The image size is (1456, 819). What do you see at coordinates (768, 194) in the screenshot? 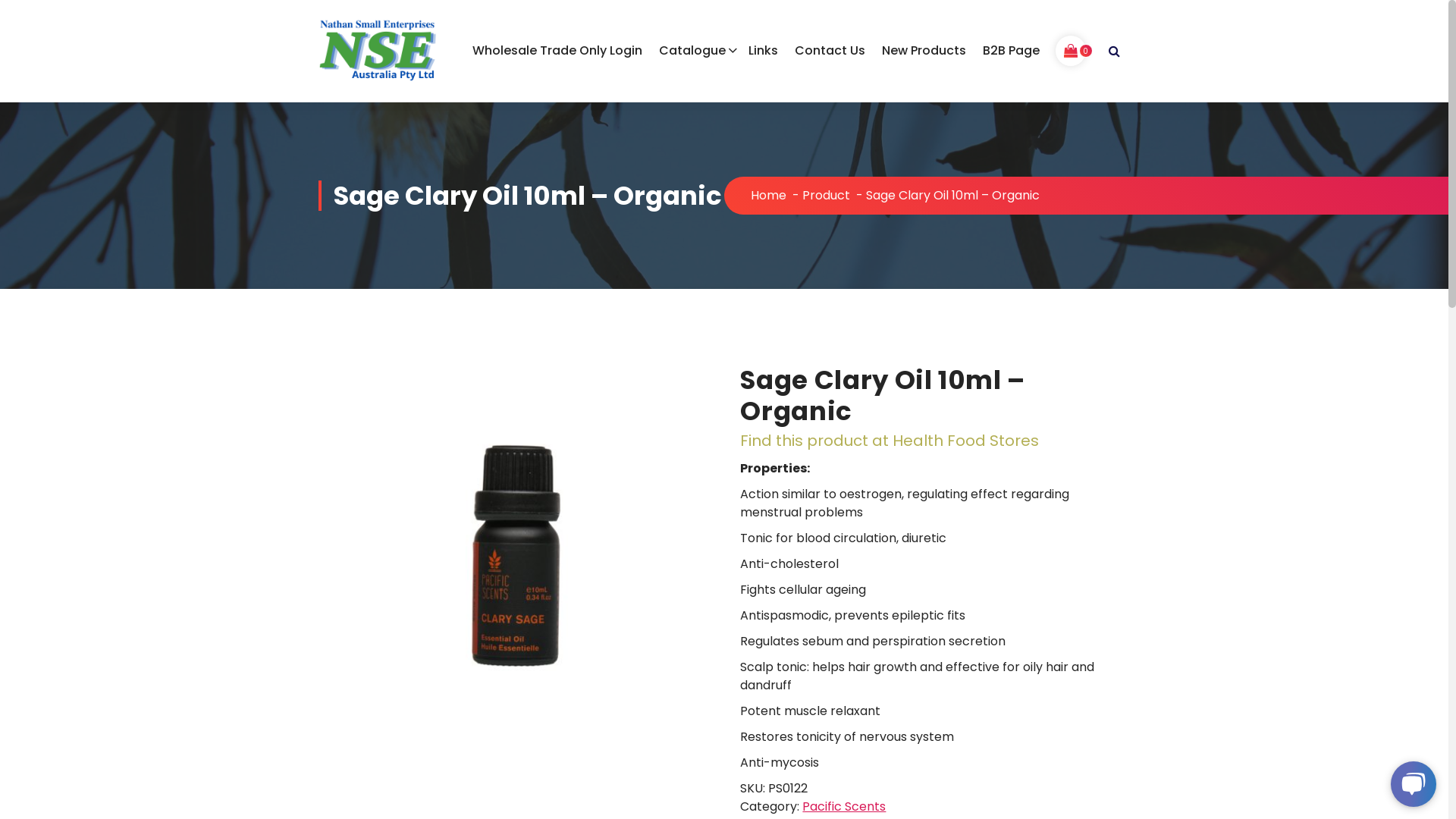
I see `'Home'` at bounding box center [768, 194].